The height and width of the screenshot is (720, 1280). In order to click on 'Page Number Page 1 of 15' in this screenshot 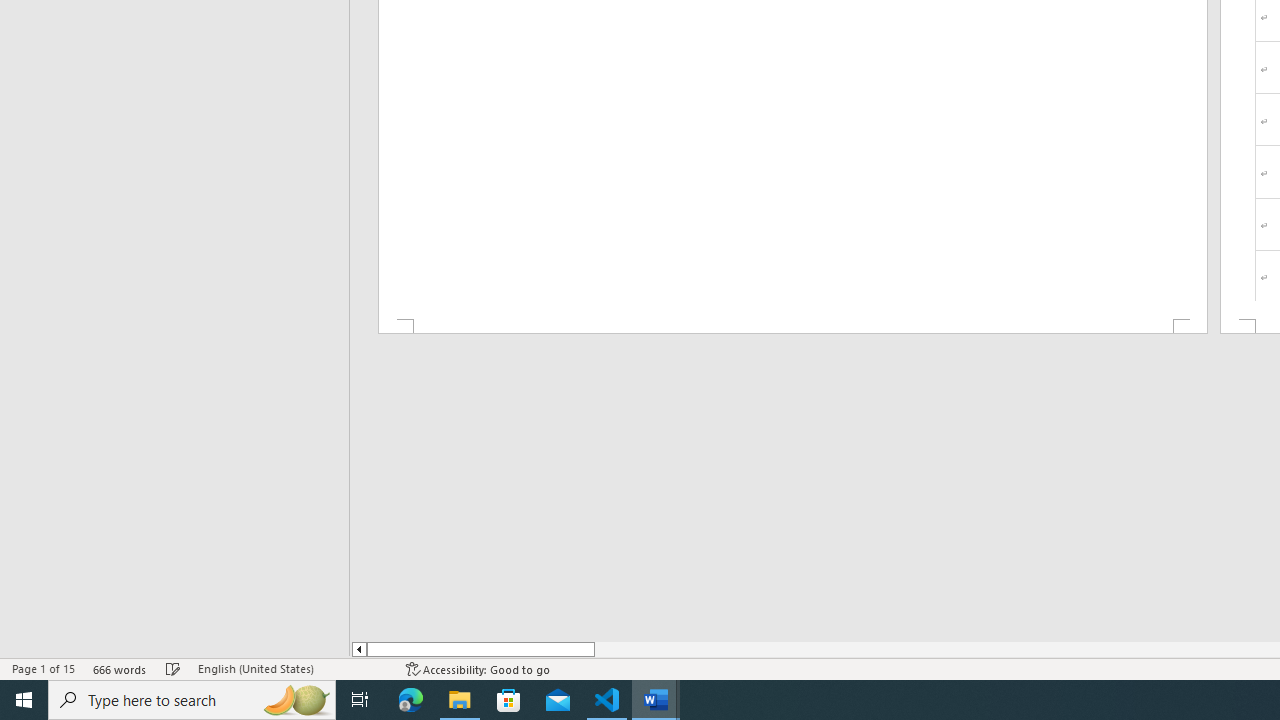, I will do `click(43, 669)`.